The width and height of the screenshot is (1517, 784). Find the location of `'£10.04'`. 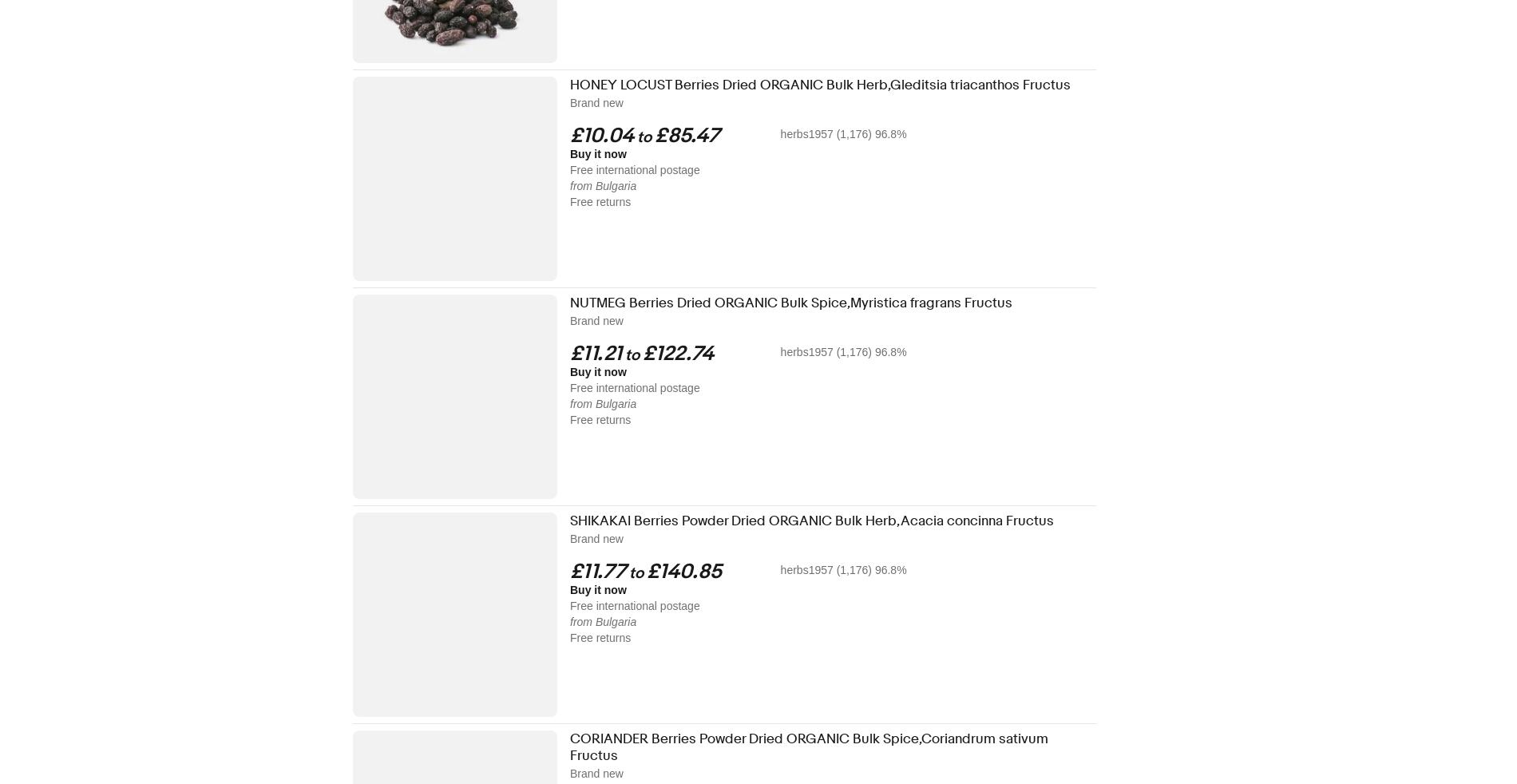

'£10.04' is located at coordinates (600, 135).